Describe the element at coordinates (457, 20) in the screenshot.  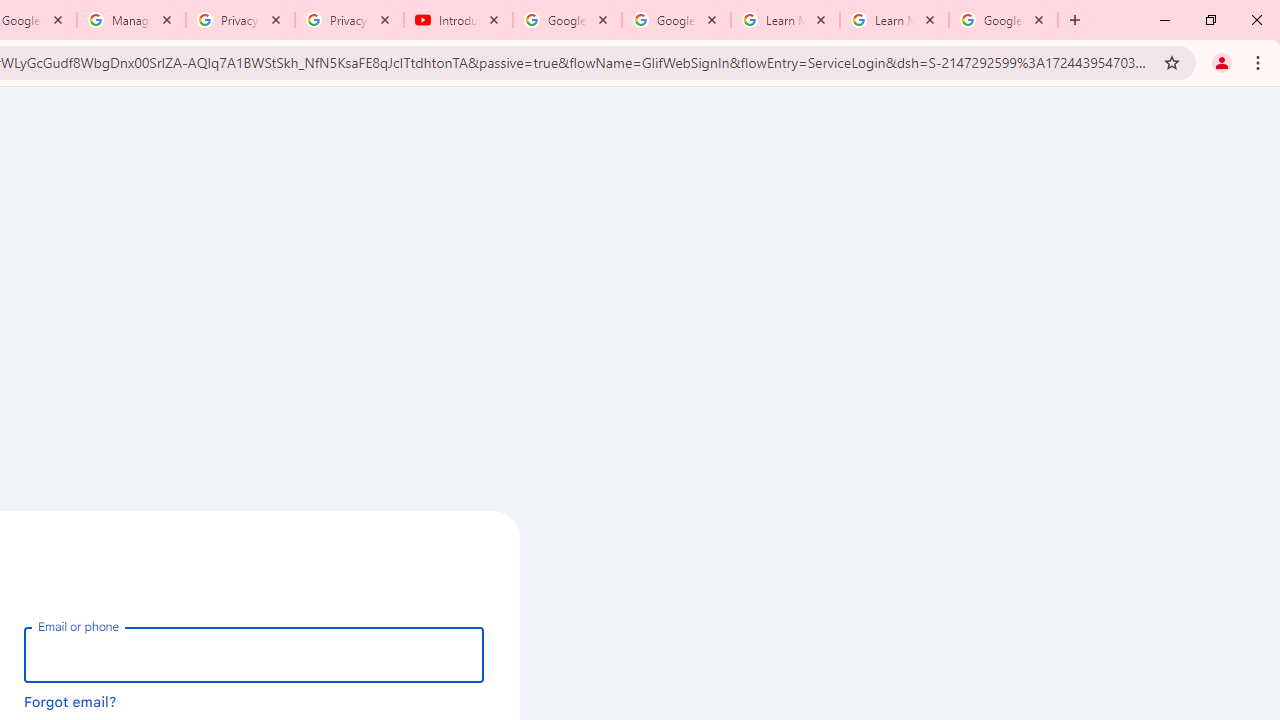
I see `'Introduction | Google Privacy Policy - YouTube'` at that location.